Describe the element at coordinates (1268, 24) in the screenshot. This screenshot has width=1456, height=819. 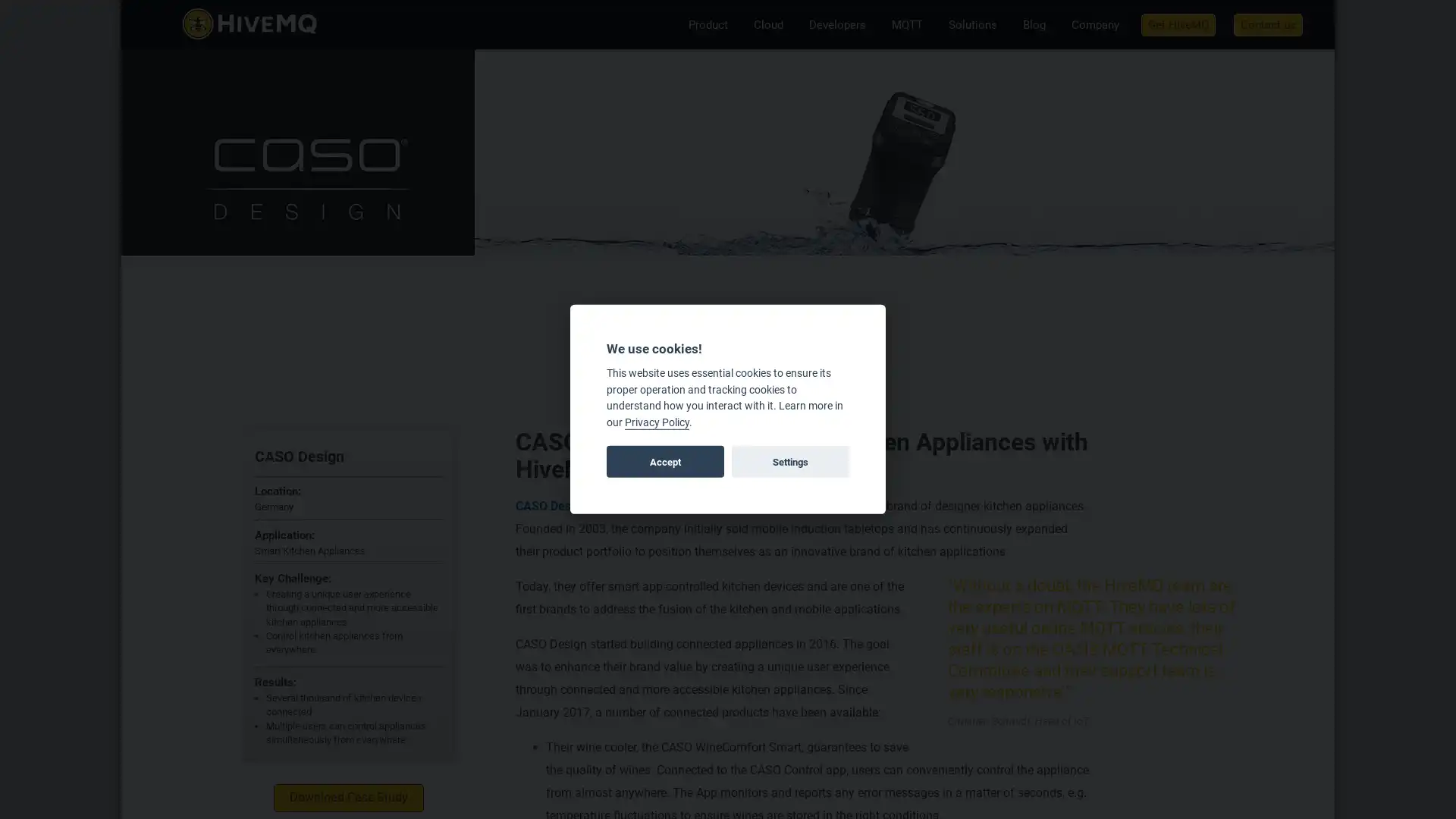
I see `Contact us` at that location.